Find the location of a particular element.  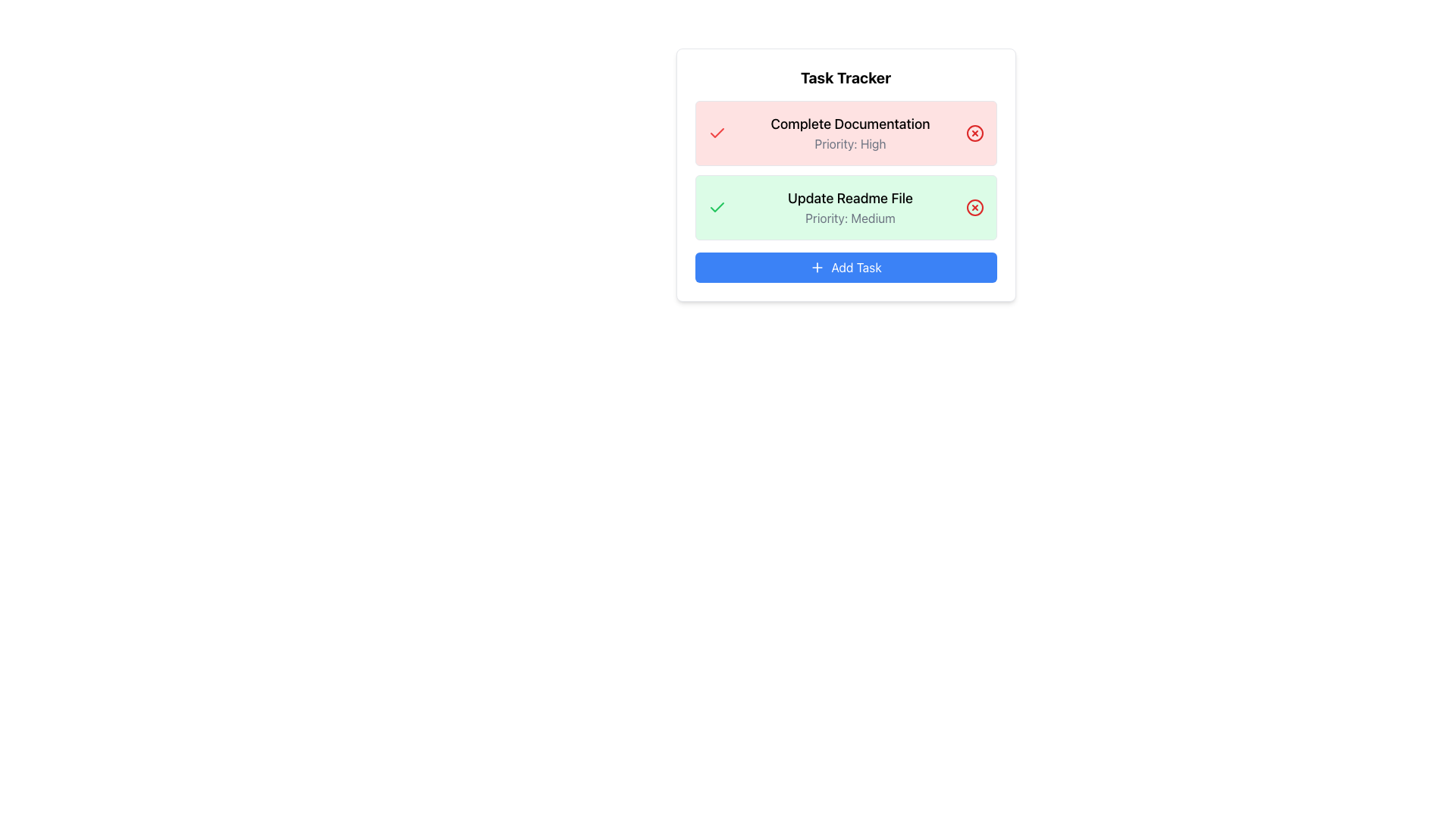

the SVG plus icon located to the left of the 'Add Task' button is located at coordinates (817, 267).